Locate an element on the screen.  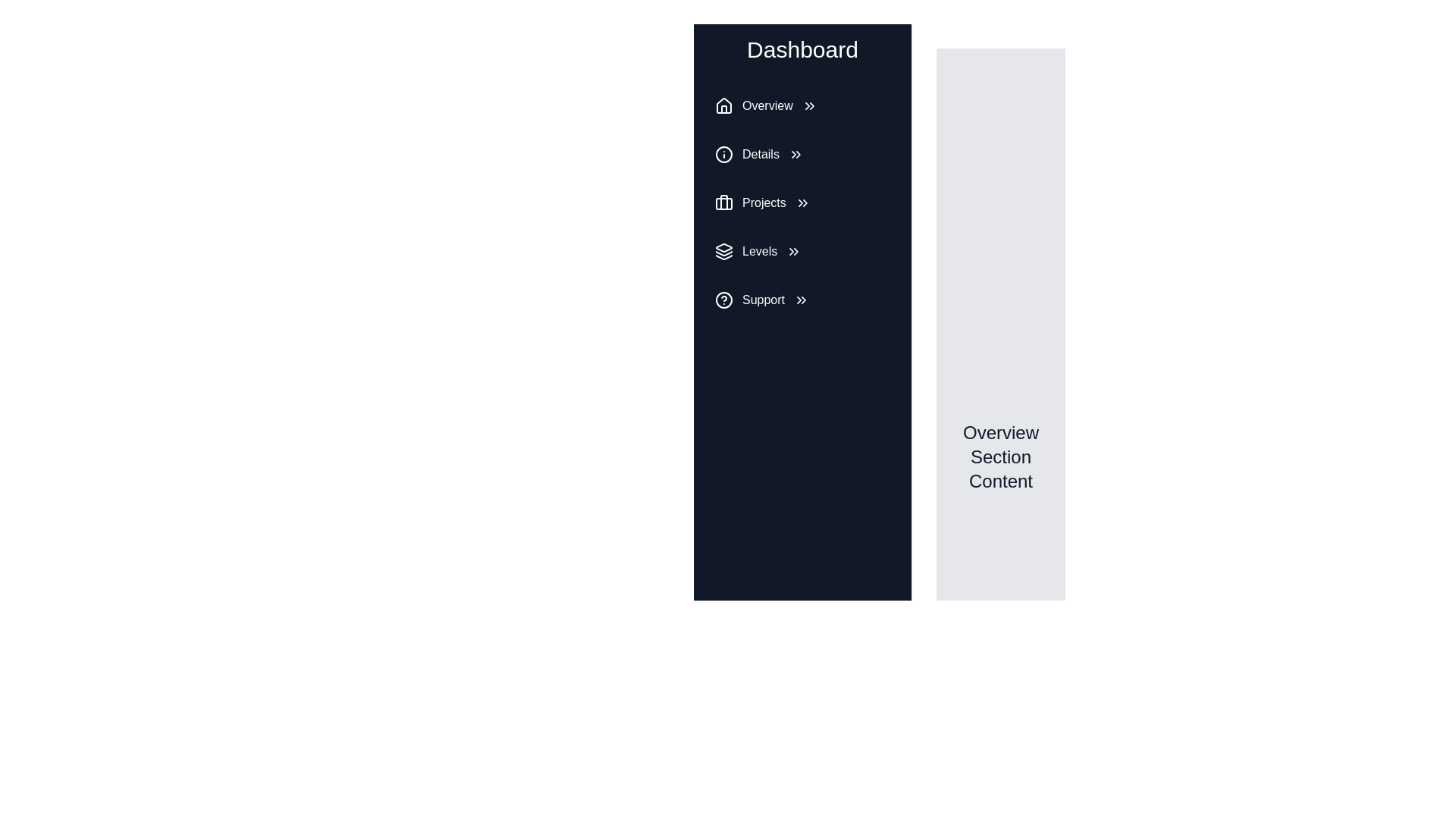
the SVG Icon featuring right-facing chevrons, which is located to the right of the 'Support' text in the sidebar menu is located at coordinates (800, 300).